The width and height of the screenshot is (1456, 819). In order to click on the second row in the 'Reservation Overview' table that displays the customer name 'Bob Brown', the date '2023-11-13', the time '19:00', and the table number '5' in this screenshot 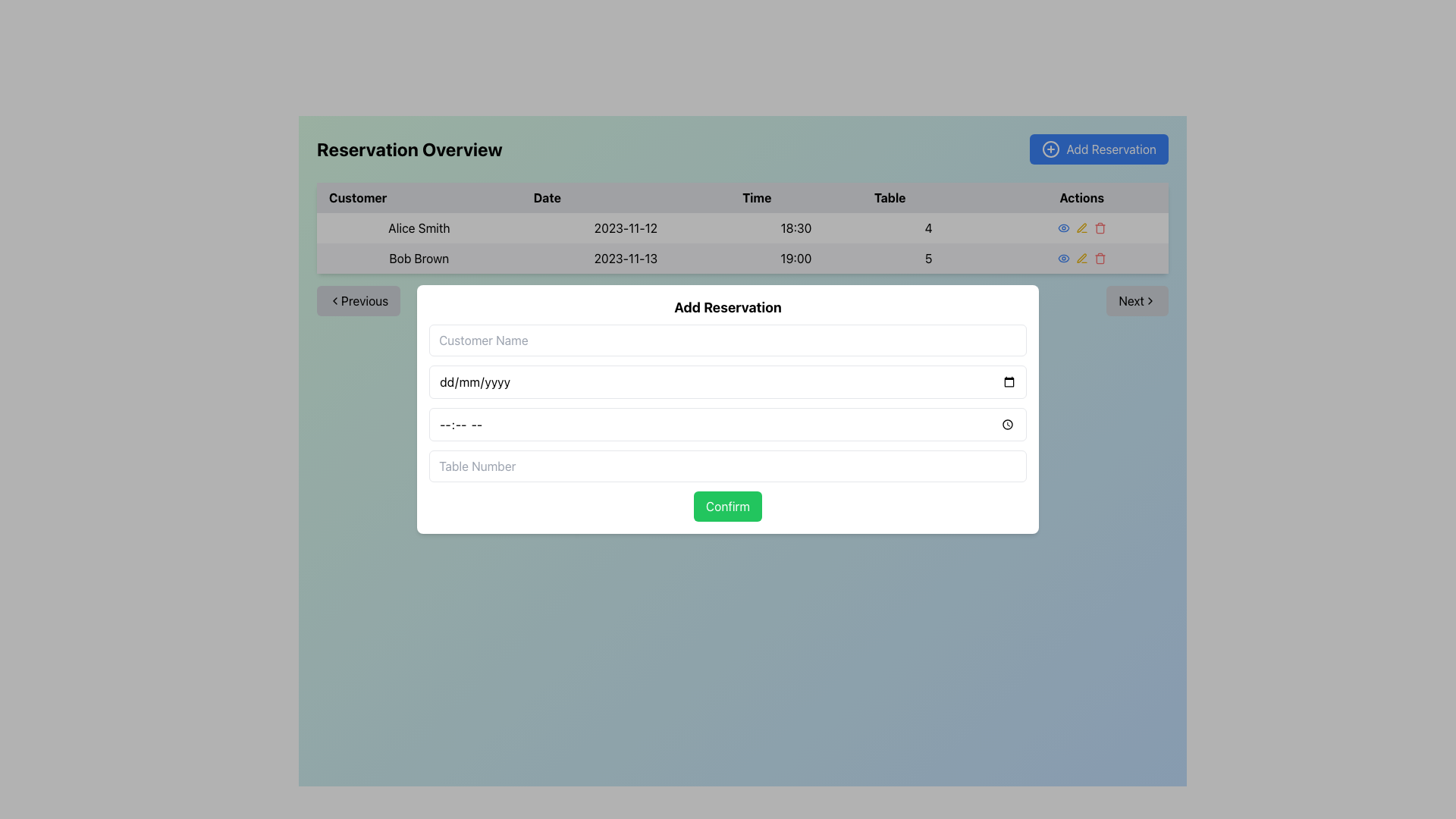, I will do `click(742, 257)`.